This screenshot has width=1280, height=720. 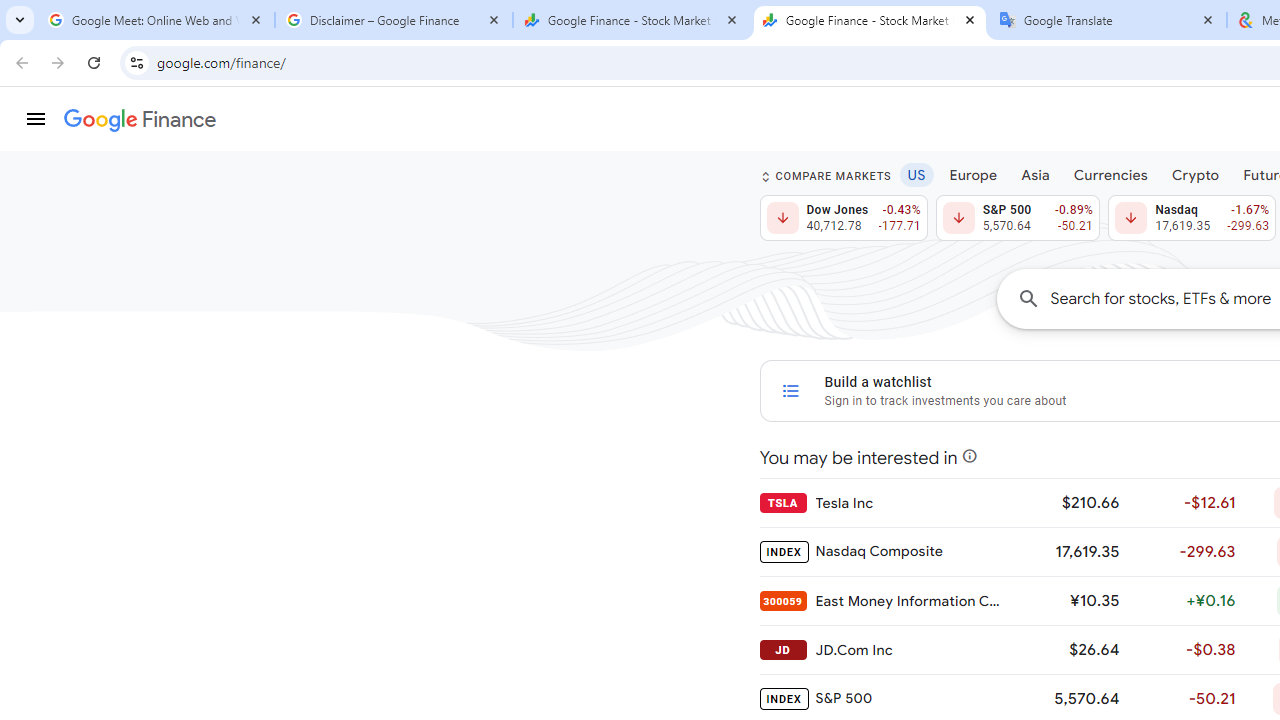 I want to click on 'Google Translate', so click(x=1107, y=20).